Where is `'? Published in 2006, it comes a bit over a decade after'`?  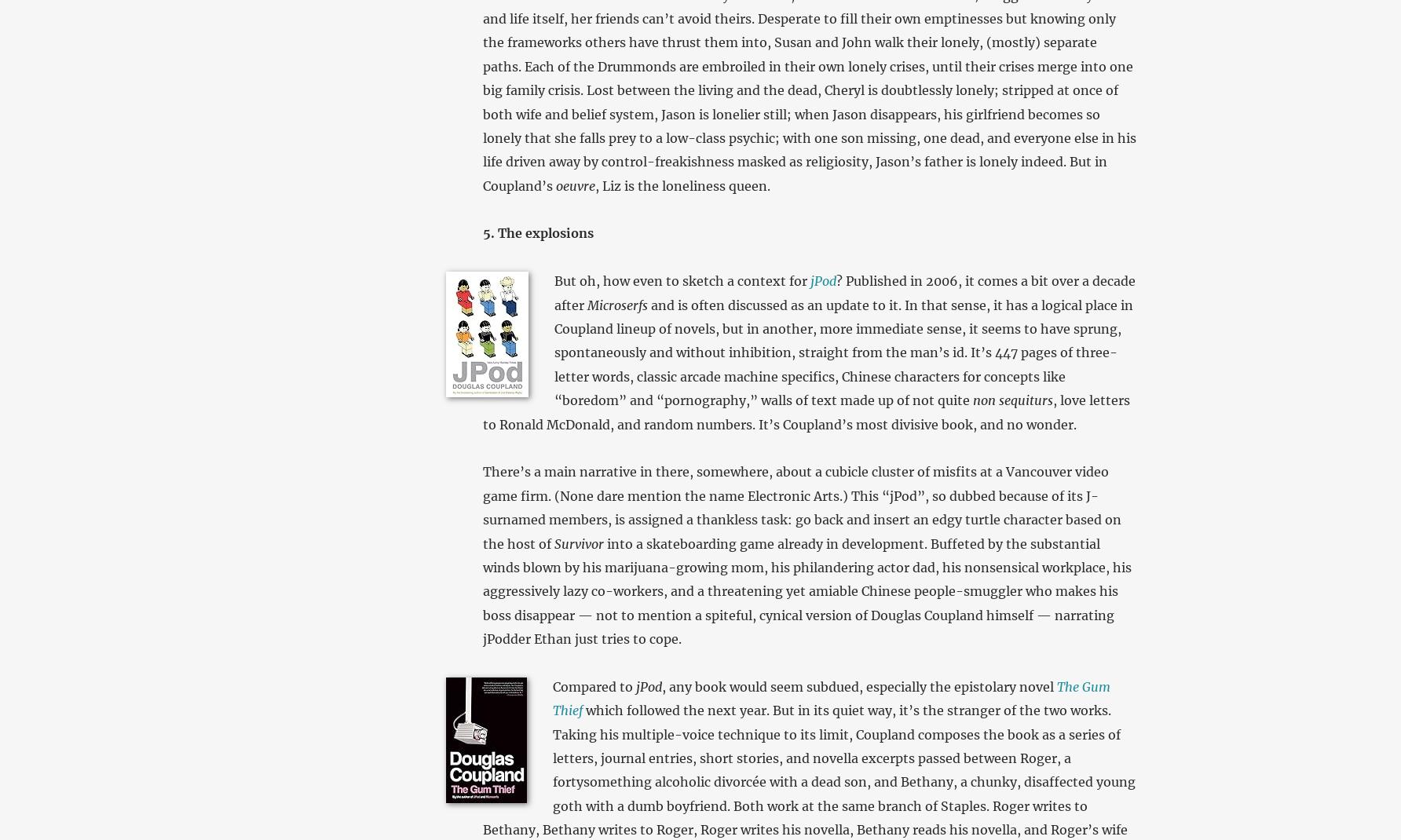 '? Published in 2006, it comes a bit over a decade after' is located at coordinates (843, 292).